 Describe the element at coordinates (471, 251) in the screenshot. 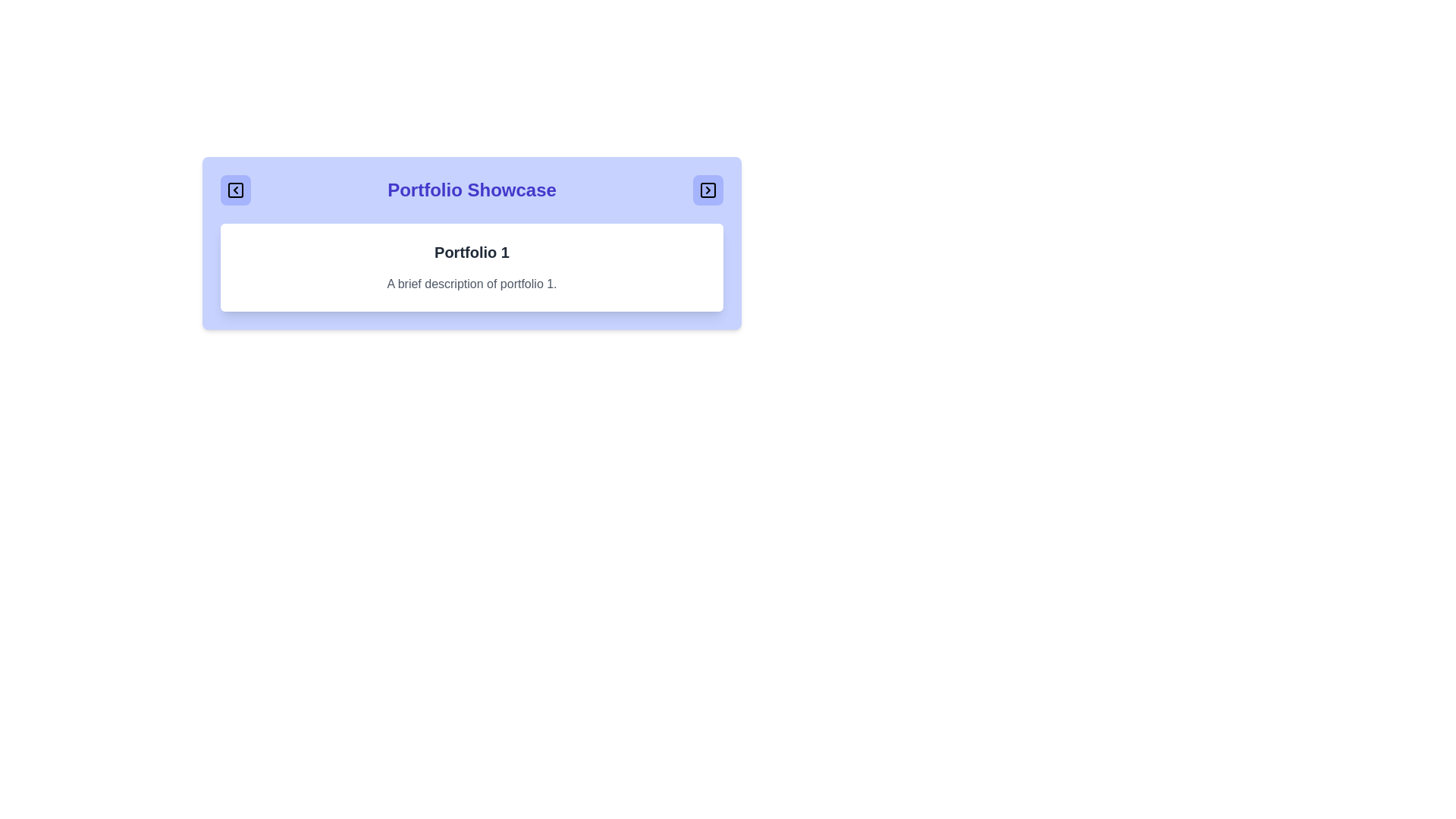

I see `the title text block that identifies the name of a portfolio or project, located at the top of the content card` at that location.